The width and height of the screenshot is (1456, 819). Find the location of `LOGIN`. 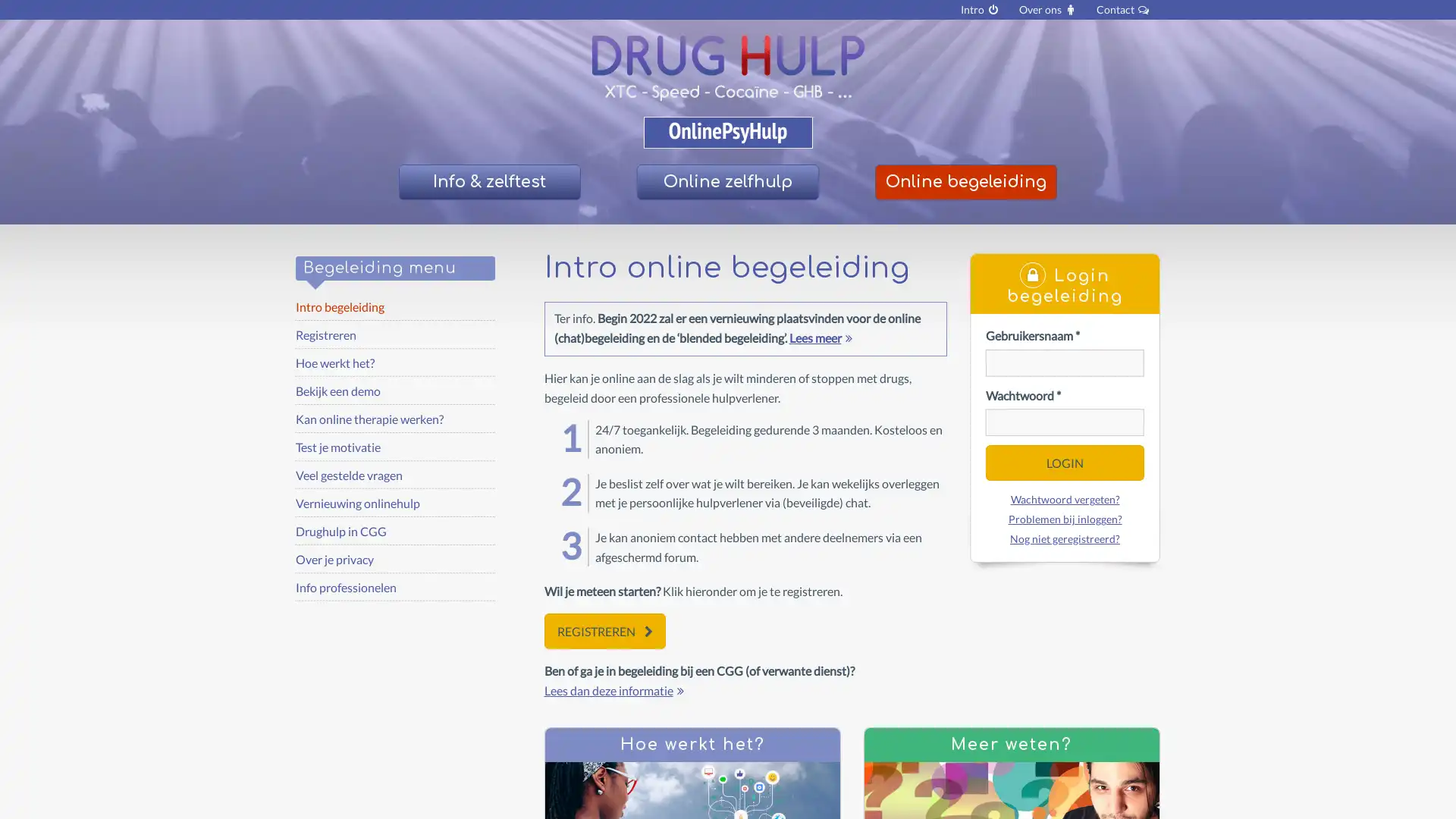

LOGIN is located at coordinates (1063, 461).